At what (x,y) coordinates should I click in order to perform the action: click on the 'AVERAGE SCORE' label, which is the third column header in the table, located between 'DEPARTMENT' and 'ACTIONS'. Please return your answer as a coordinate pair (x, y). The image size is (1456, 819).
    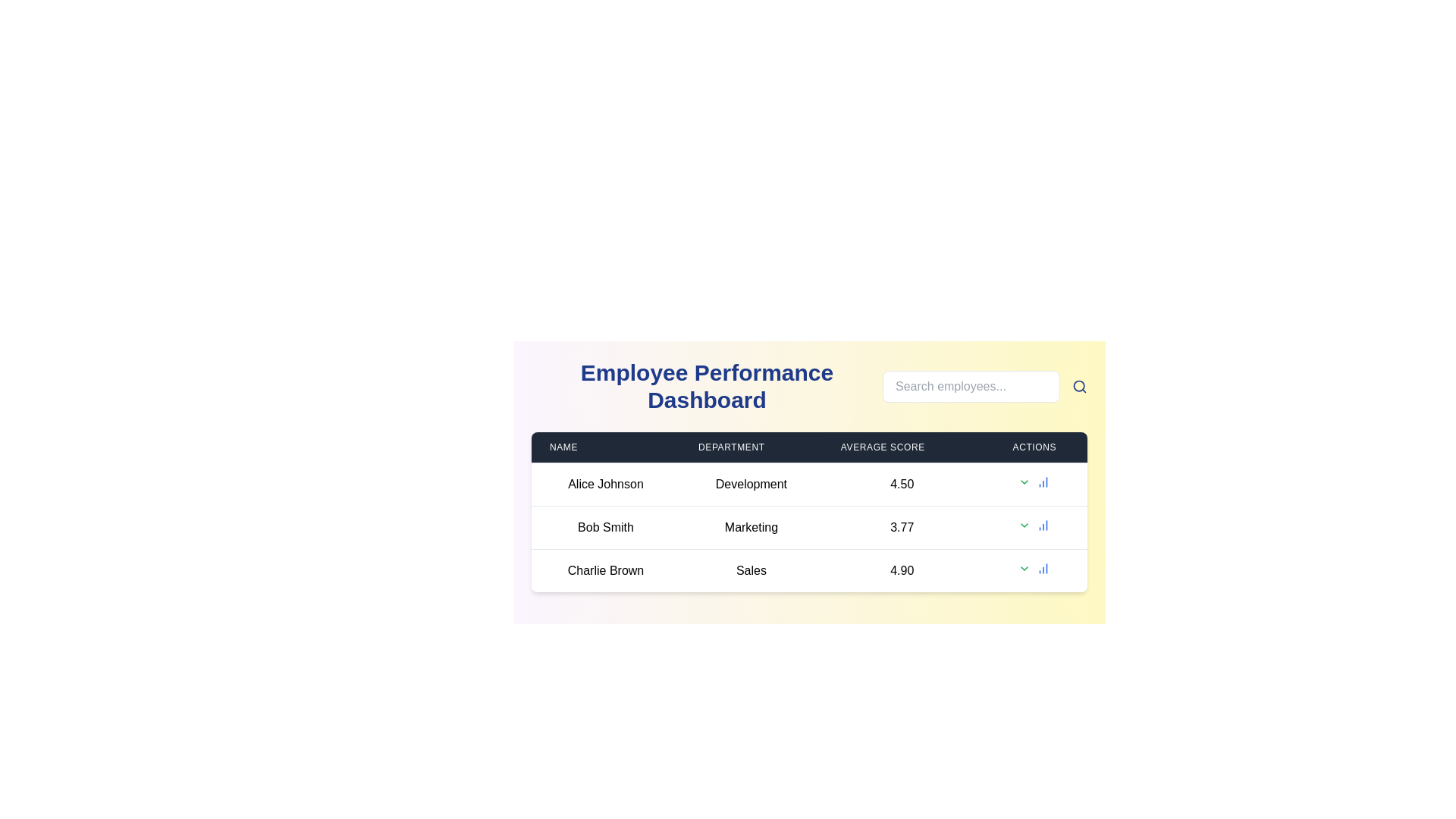
    Looking at the image, I should click on (902, 447).